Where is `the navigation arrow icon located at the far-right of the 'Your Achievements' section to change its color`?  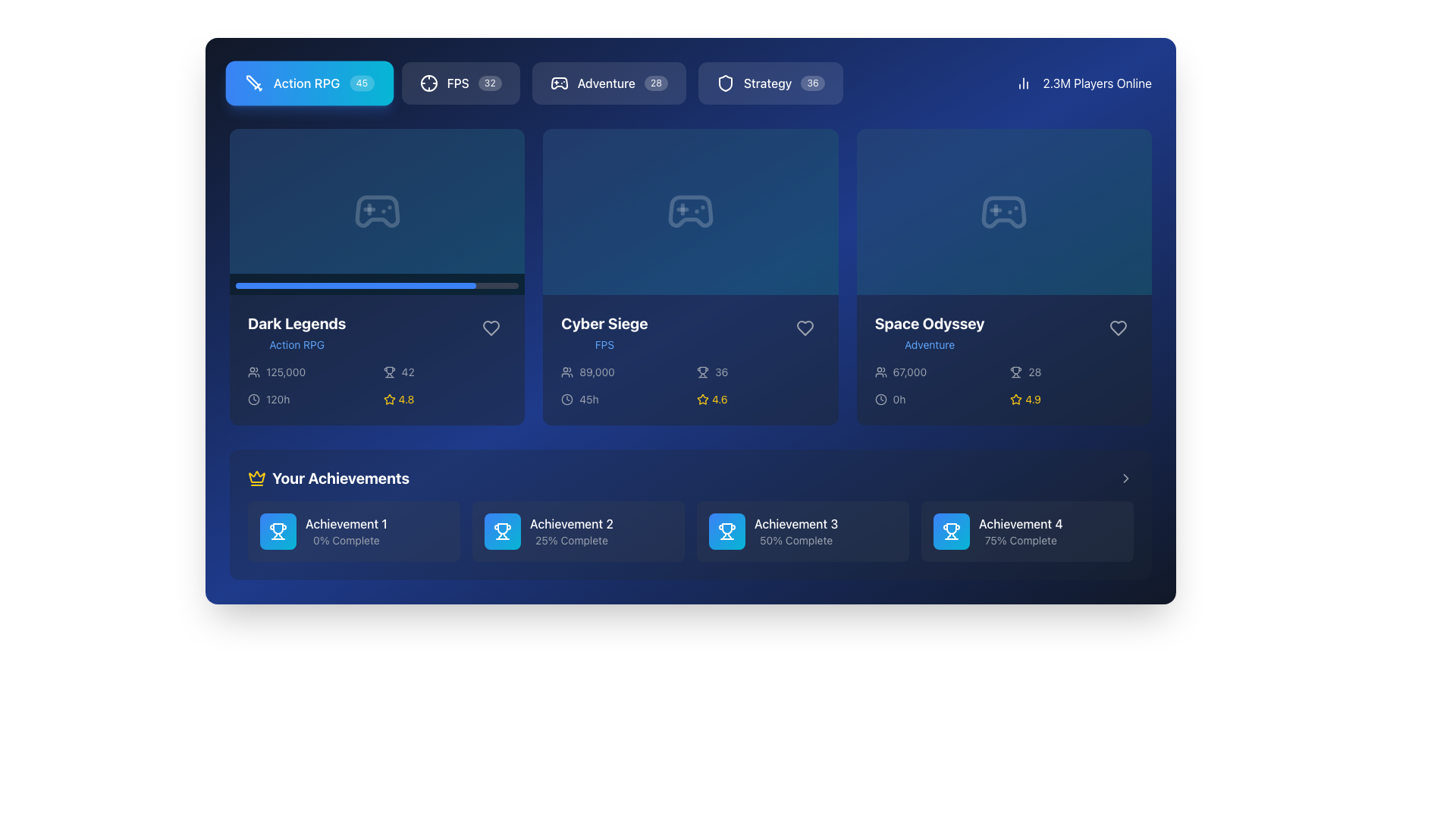 the navigation arrow icon located at the far-right of the 'Your Achievements' section to change its color is located at coordinates (1125, 479).